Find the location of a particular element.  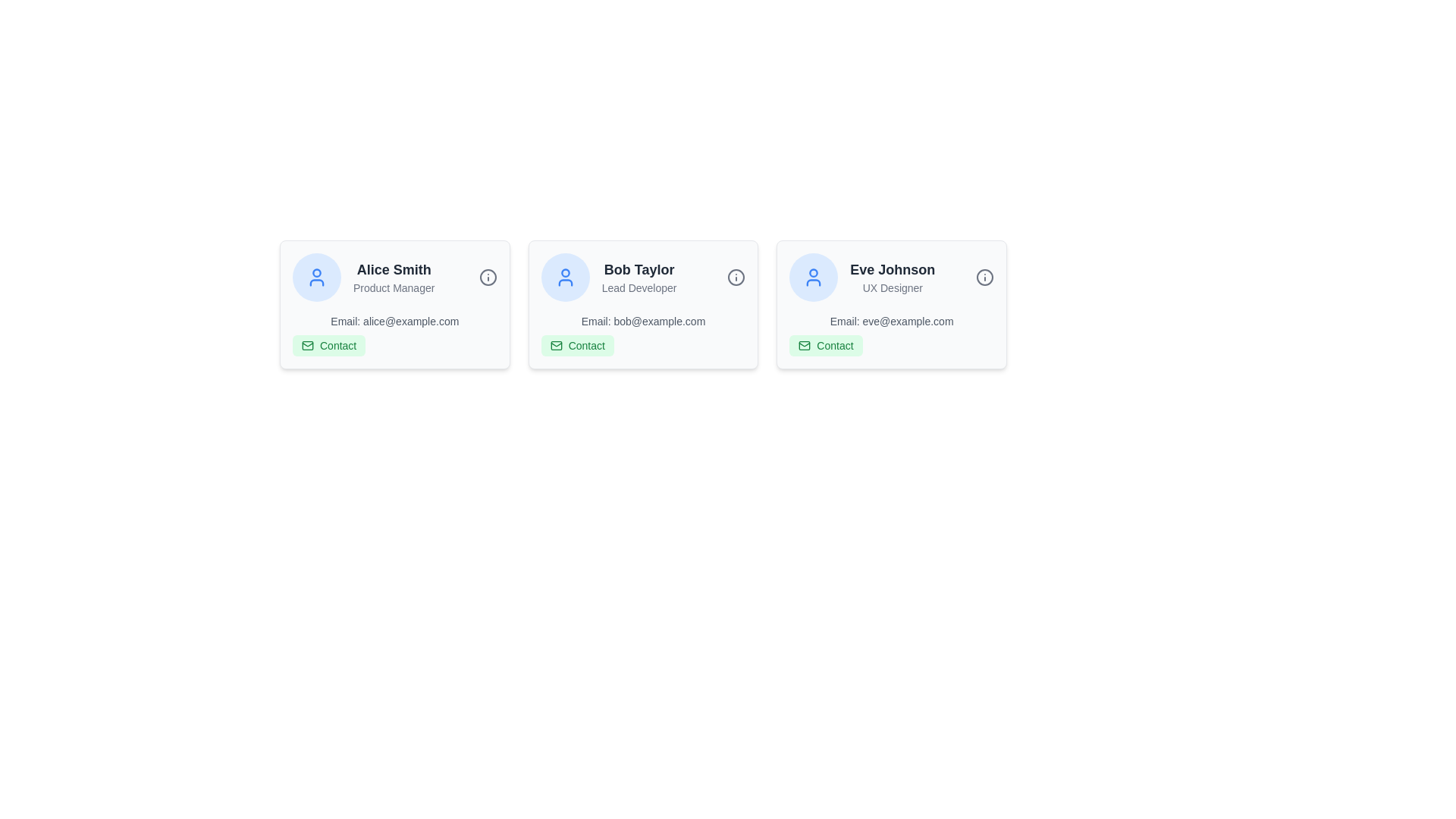

the SVG circle element that represents the user's head in the user icon located in the top left corner of the card layout is located at coordinates (813, 273).